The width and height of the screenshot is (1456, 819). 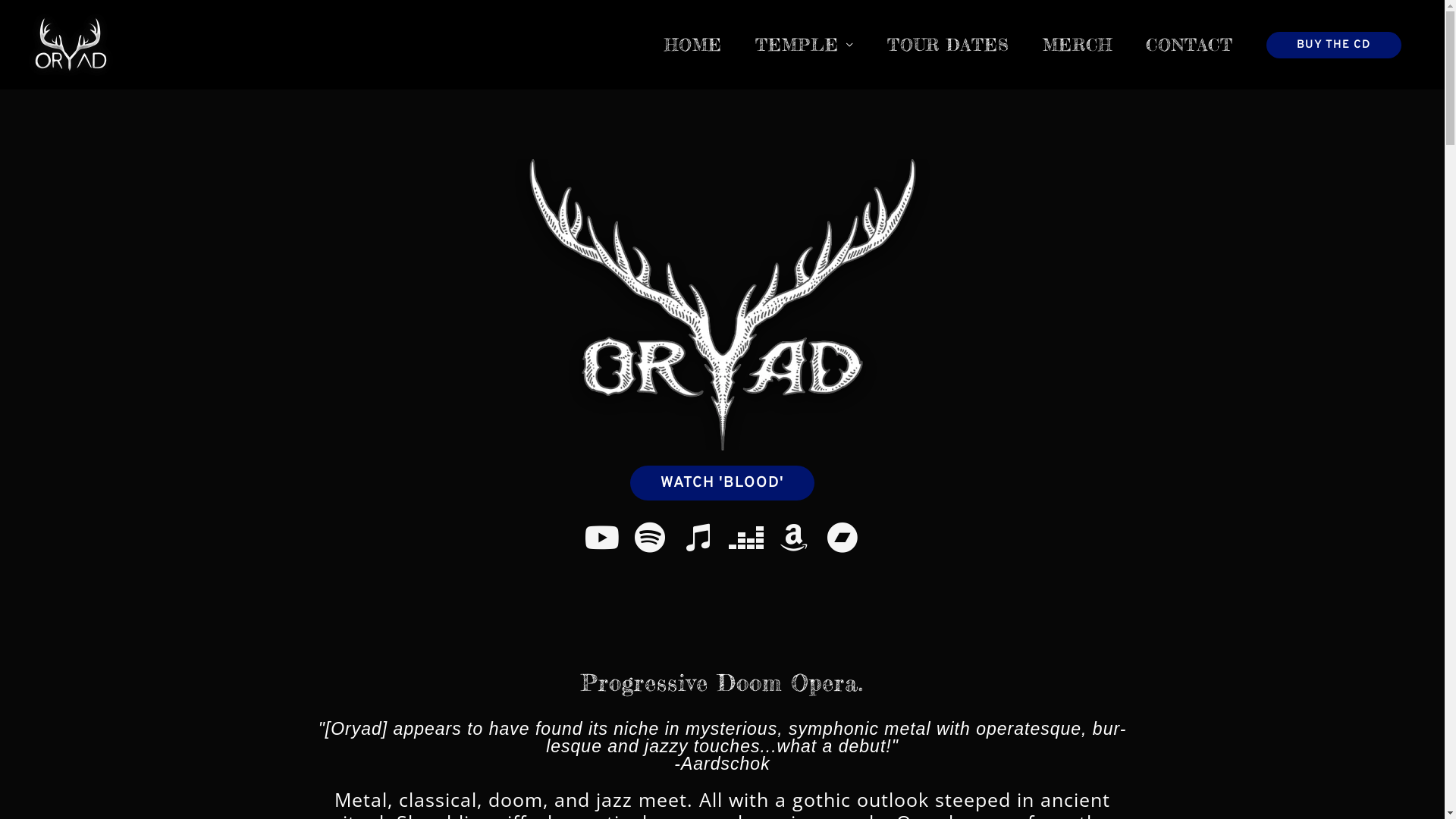 I want to click on 'Deezer', so click(x=746, y=536).